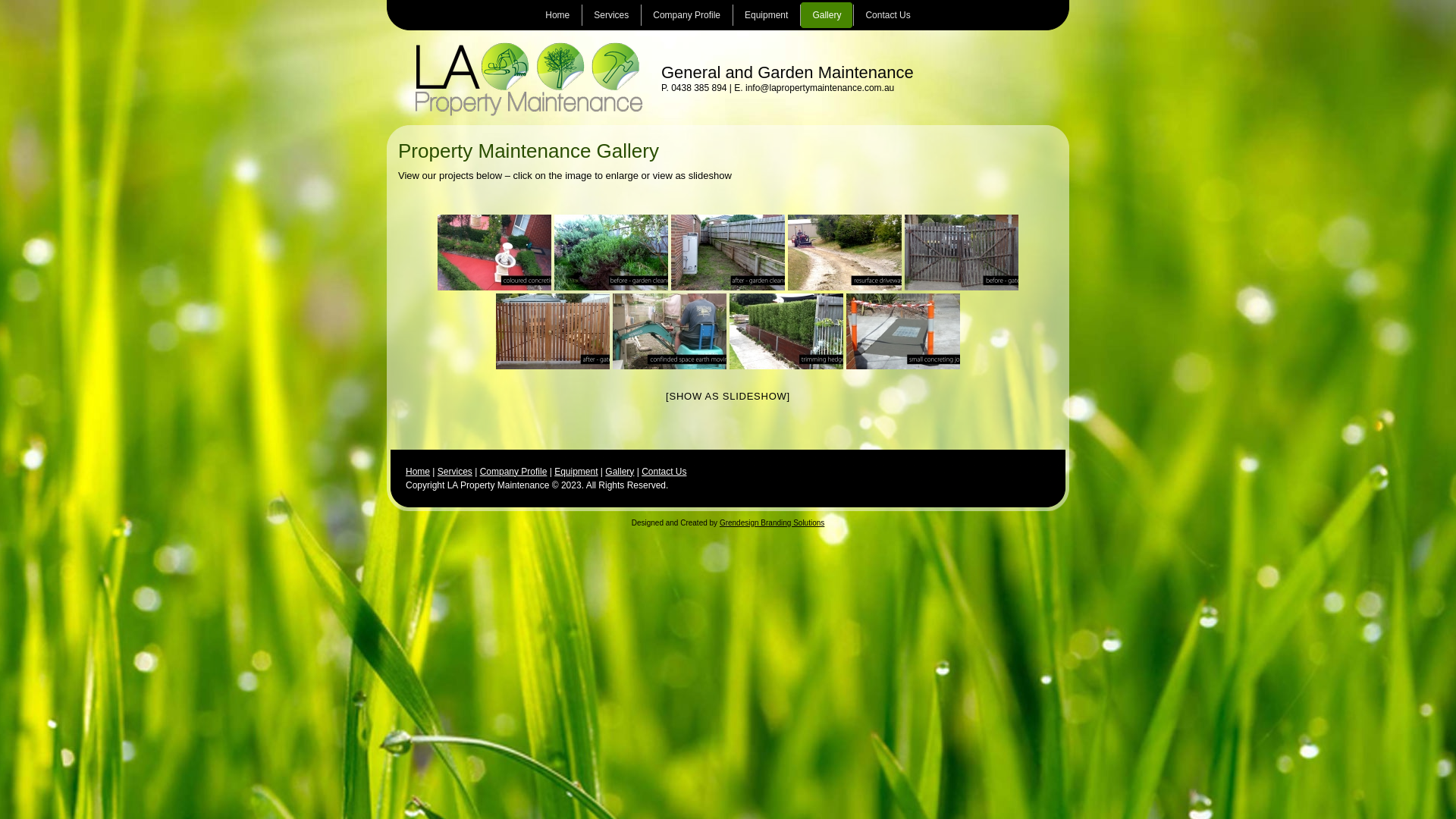 This screenshot has width=1456, height=819. Describe the element at coordinates (728, 395) in the screenshot. I see `'[SHOW AS SLIDESHOW]'` at that location.